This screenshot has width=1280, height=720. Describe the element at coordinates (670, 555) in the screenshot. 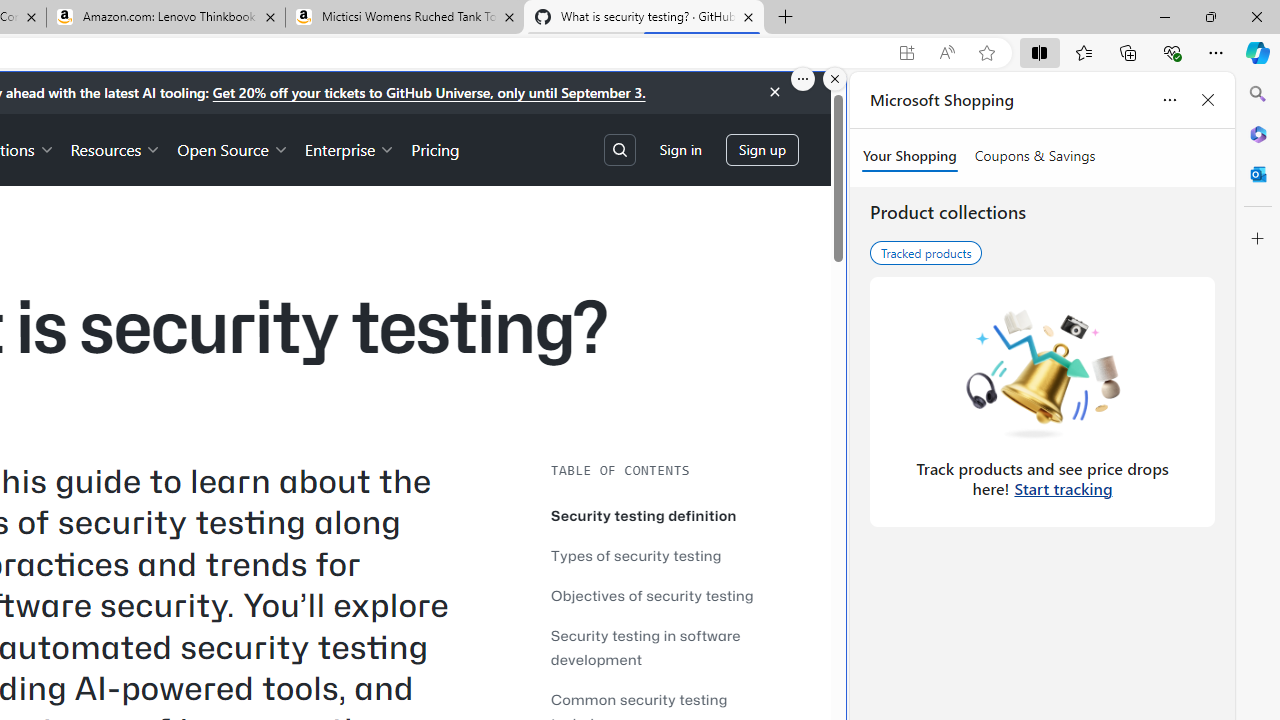

I see `'Types of security testing'` at that location.